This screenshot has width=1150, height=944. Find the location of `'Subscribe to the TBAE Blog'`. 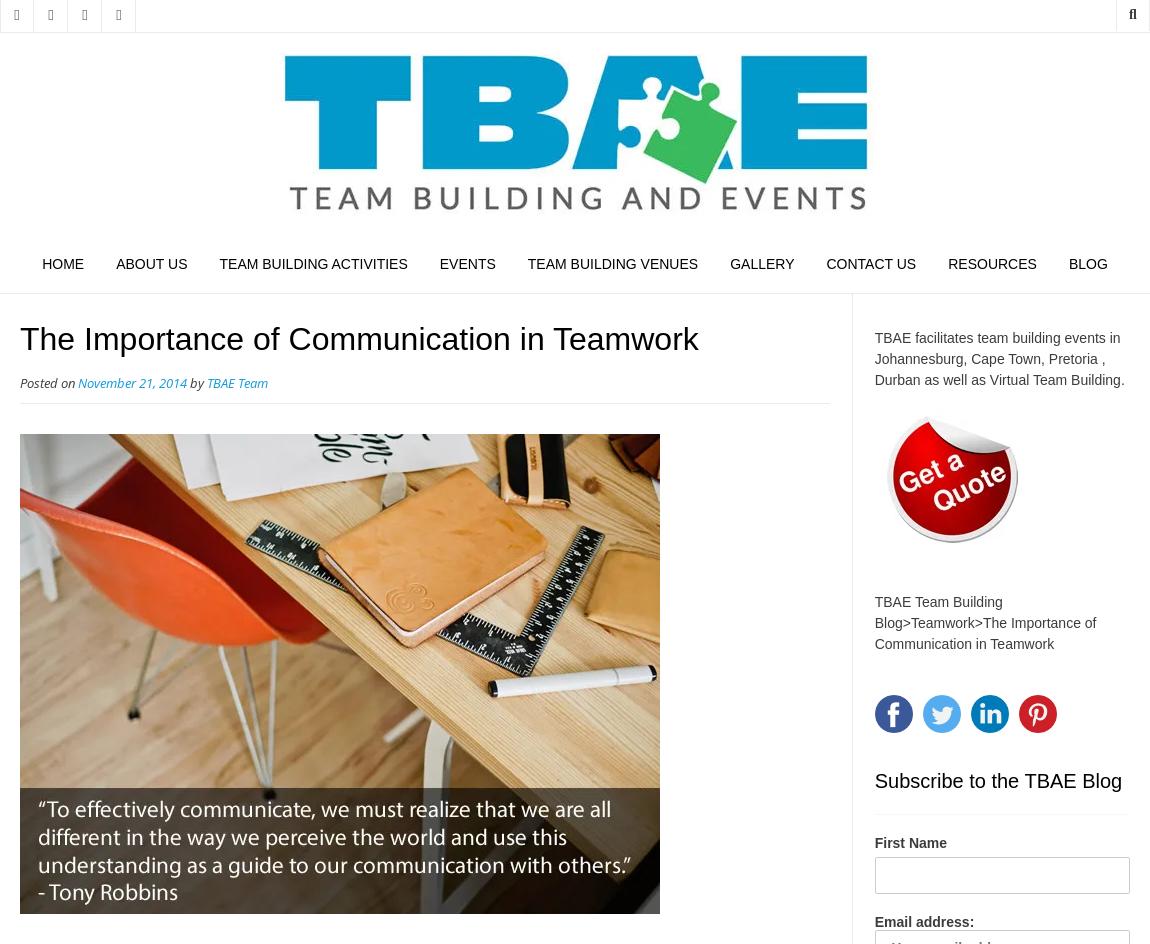

'Subscribe to the TBAE Blog' is located at coordinates (997, 779).